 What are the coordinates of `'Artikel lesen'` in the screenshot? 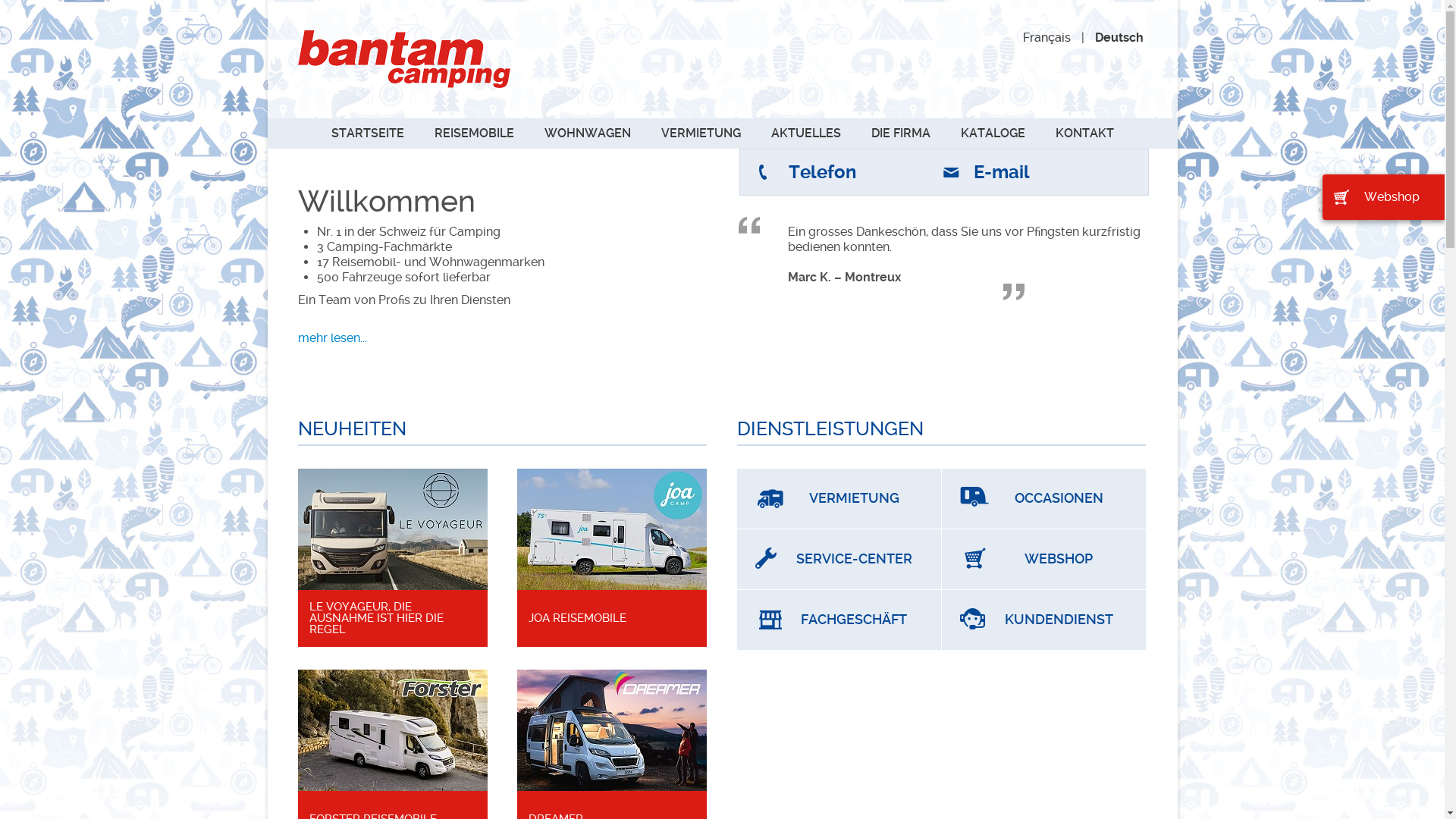 It's located at (611, 728).